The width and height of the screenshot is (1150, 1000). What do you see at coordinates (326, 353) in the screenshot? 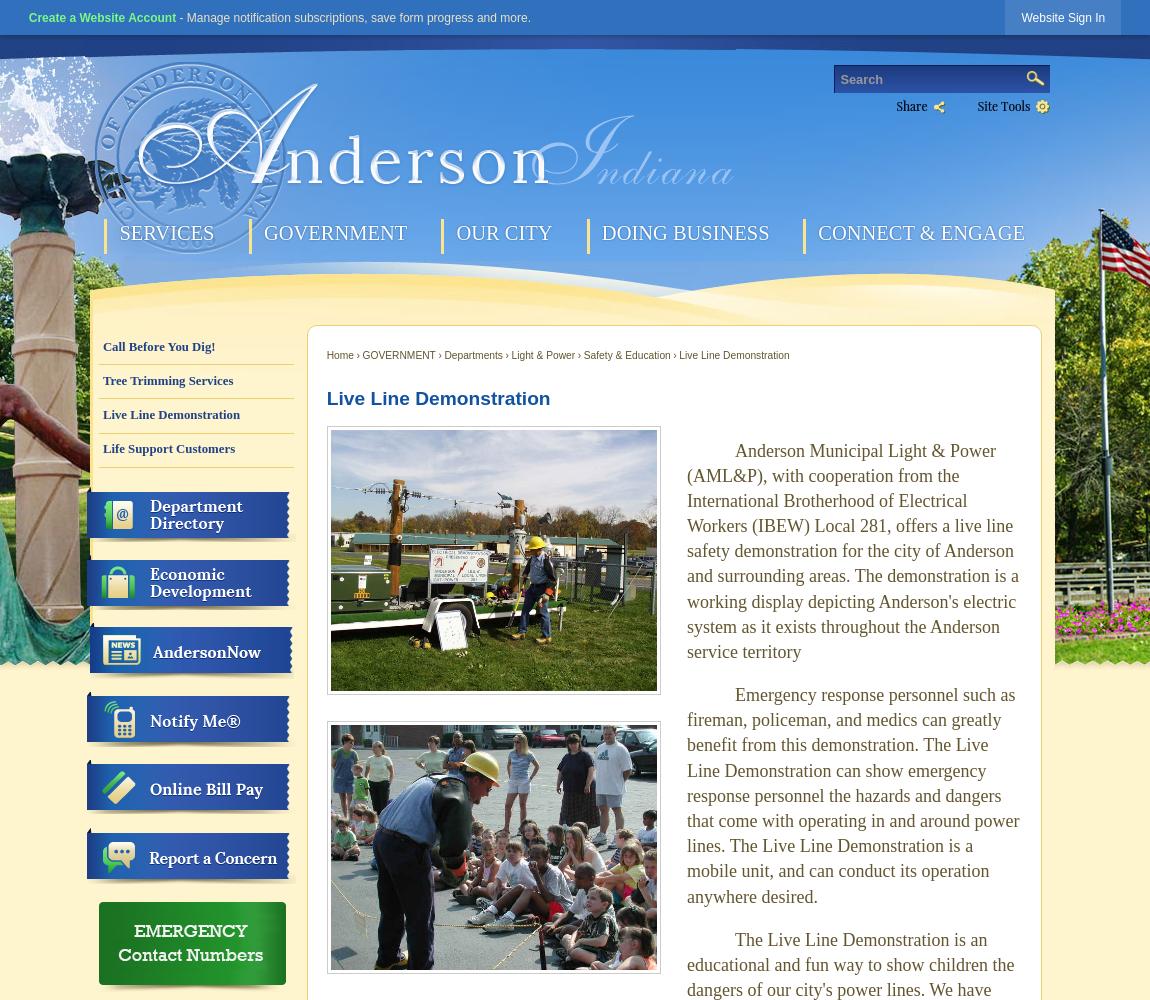
I see `'Home'` at bounding box center [326, 353].